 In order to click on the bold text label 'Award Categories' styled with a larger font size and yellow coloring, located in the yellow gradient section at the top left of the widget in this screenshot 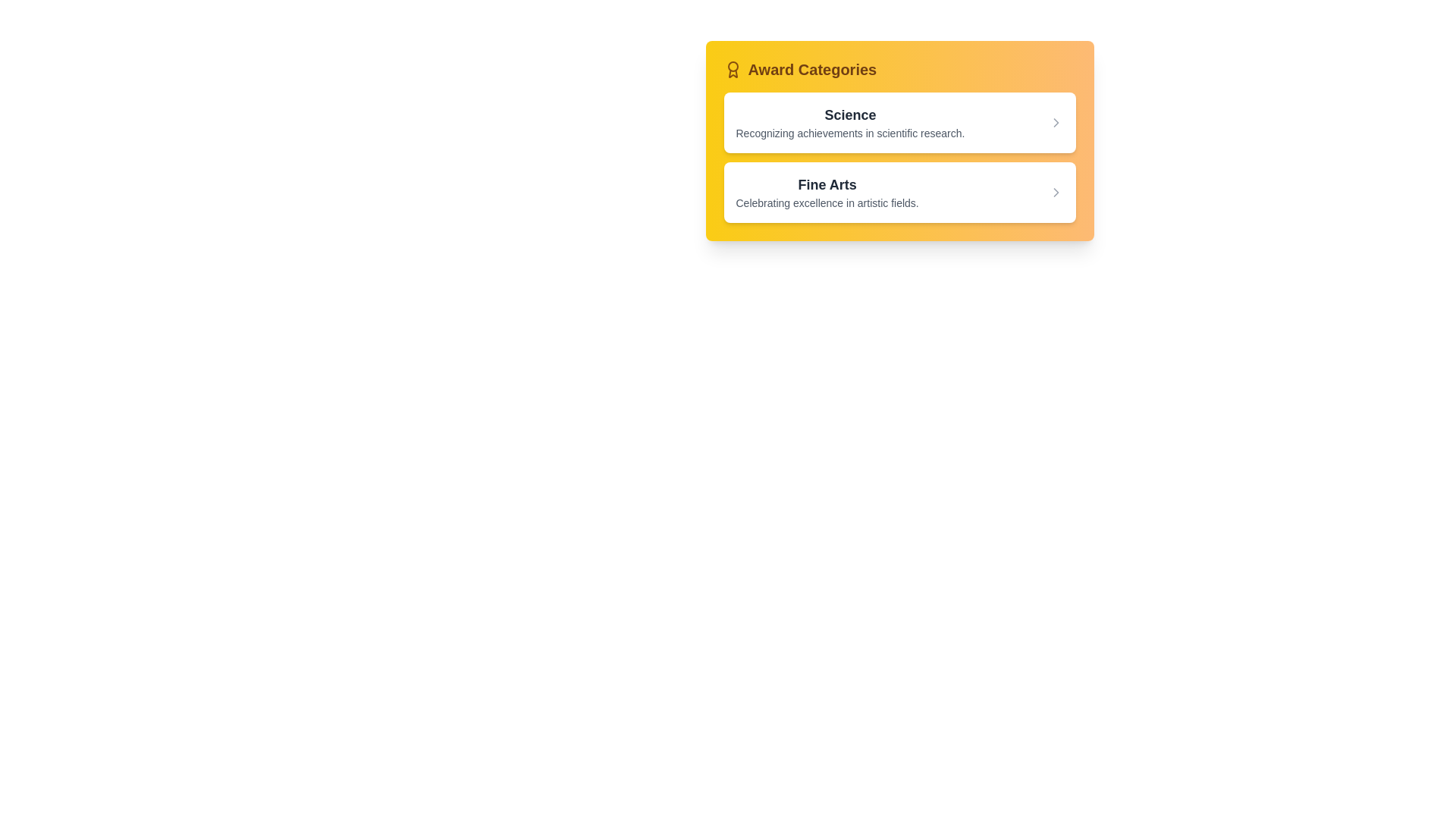, I will do `click(811, 70)`.